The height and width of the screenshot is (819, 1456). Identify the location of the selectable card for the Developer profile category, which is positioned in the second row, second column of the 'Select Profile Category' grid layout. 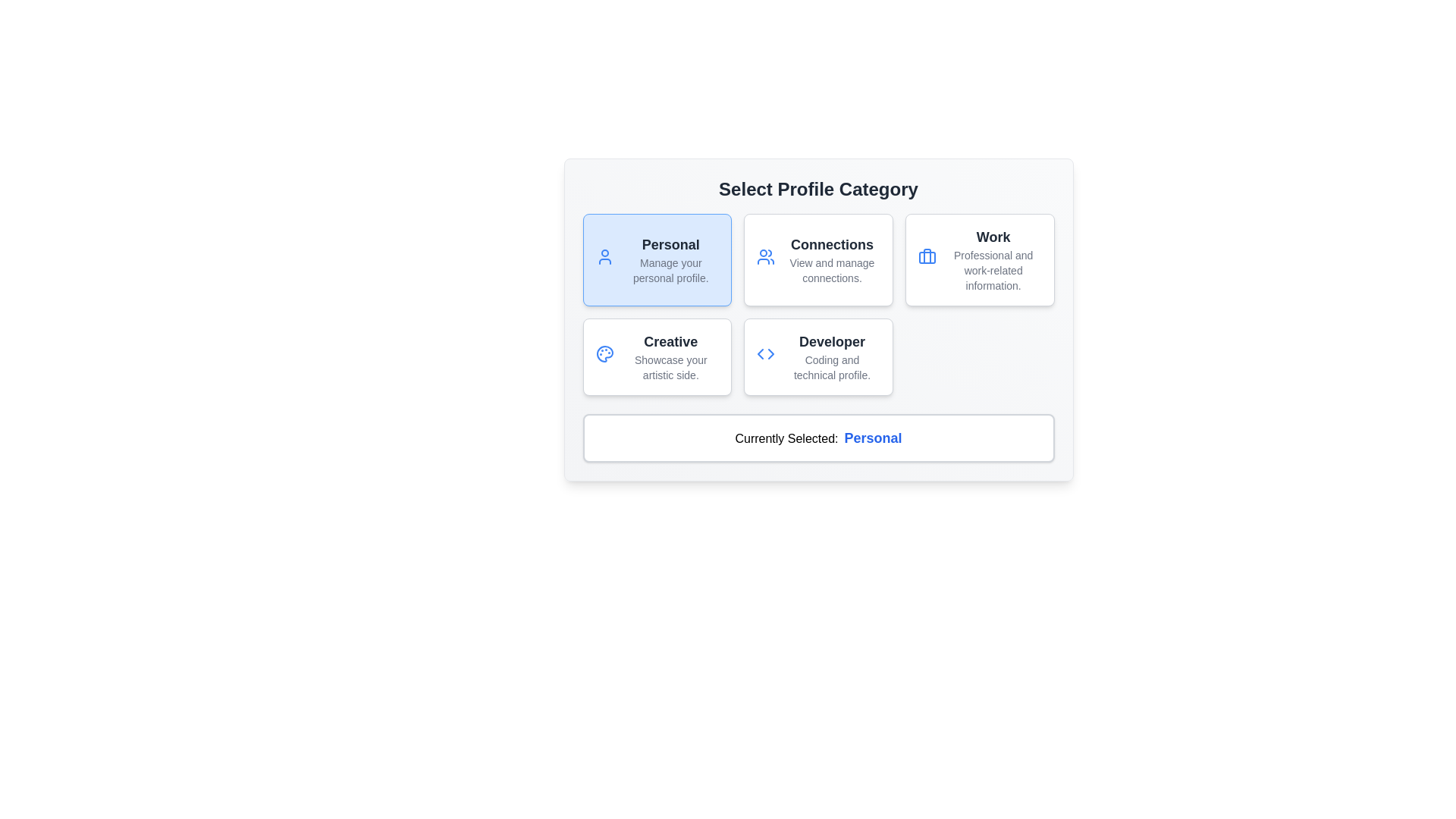
(817, 356).